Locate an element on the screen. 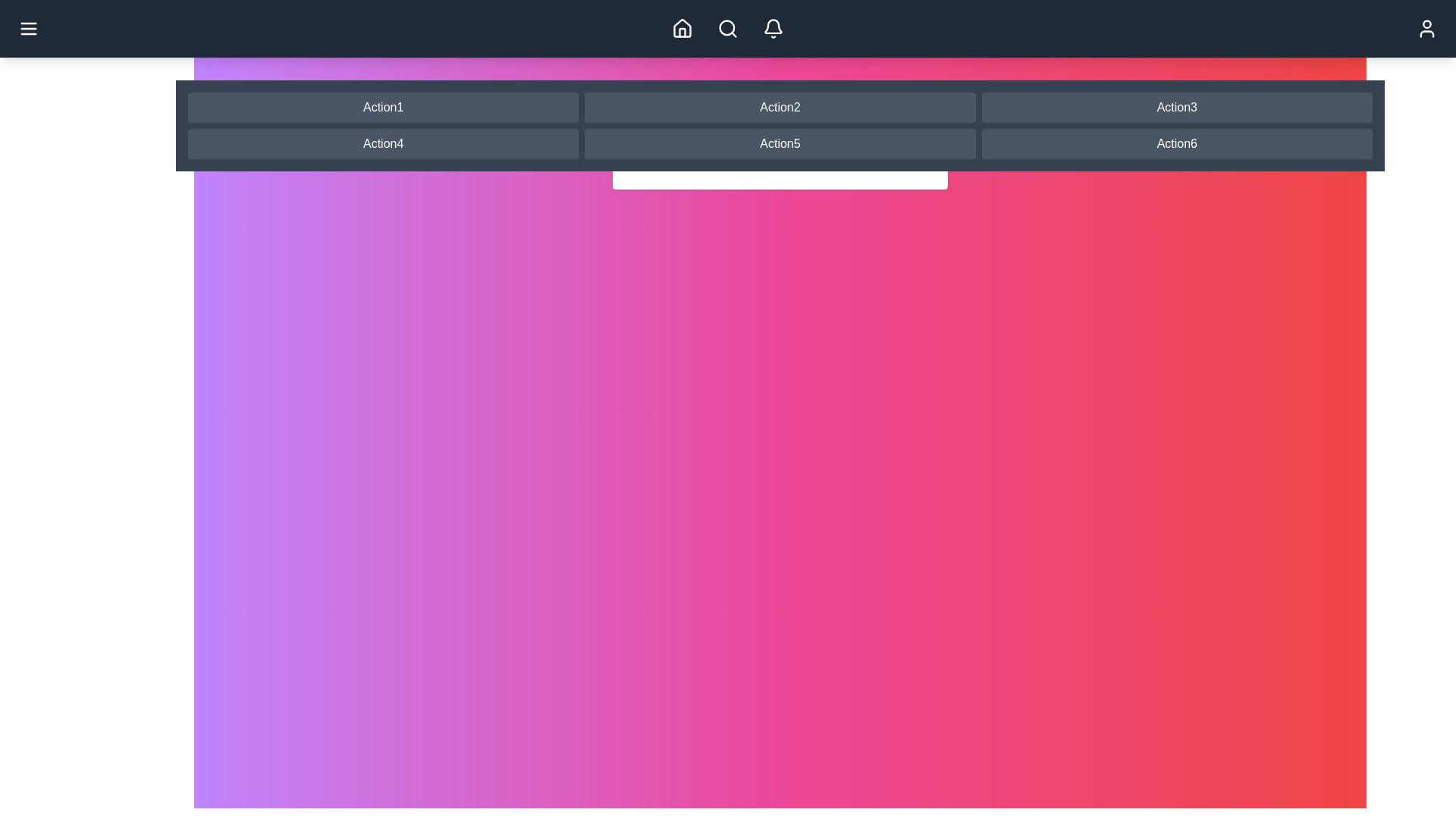 This screenshot has height=819, width=1456. the navigation button labeled Action3 is located at coordinates (1175, 107).